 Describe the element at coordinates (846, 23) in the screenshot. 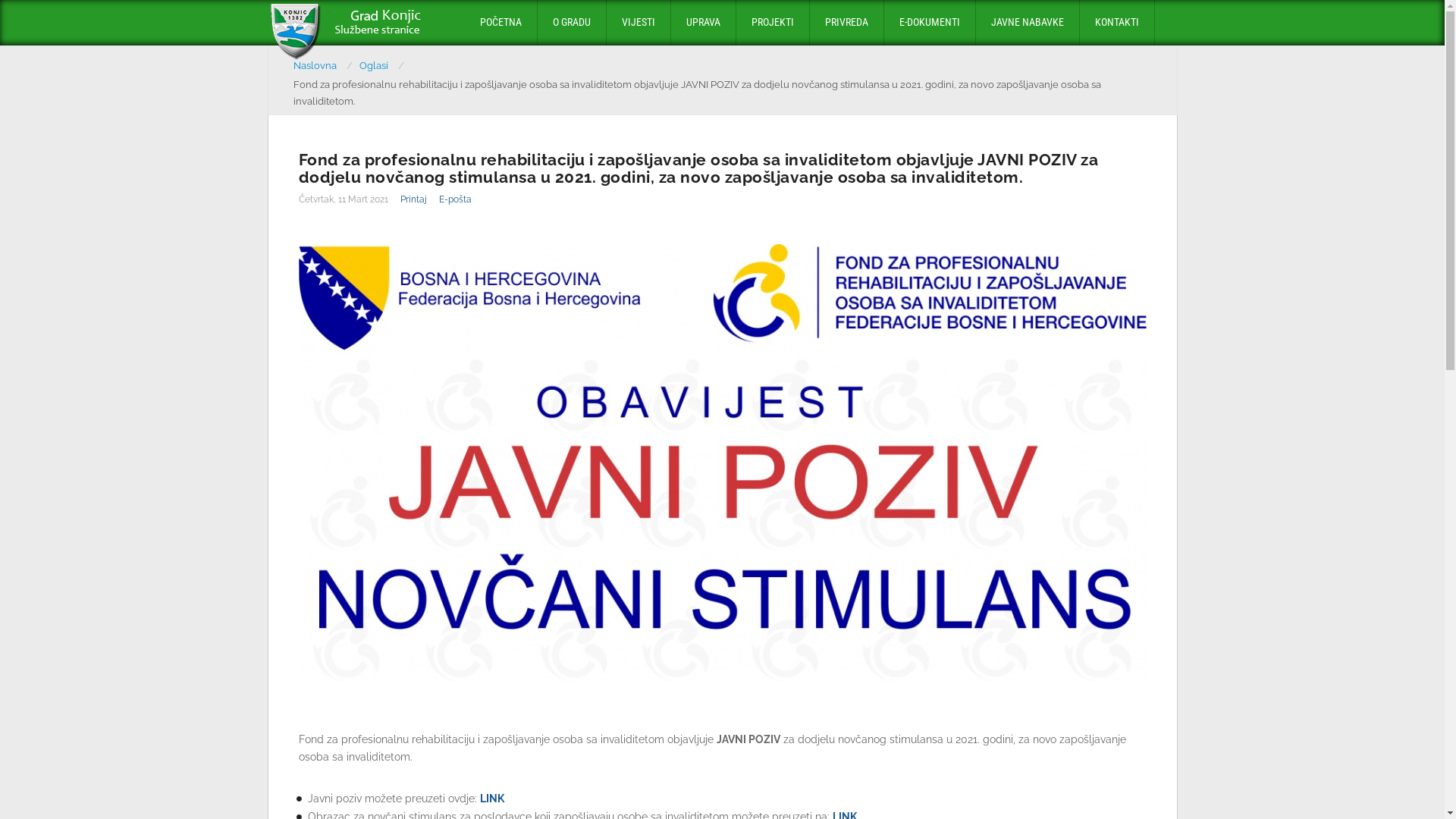

I see `'PRIVREDA'` at that location.